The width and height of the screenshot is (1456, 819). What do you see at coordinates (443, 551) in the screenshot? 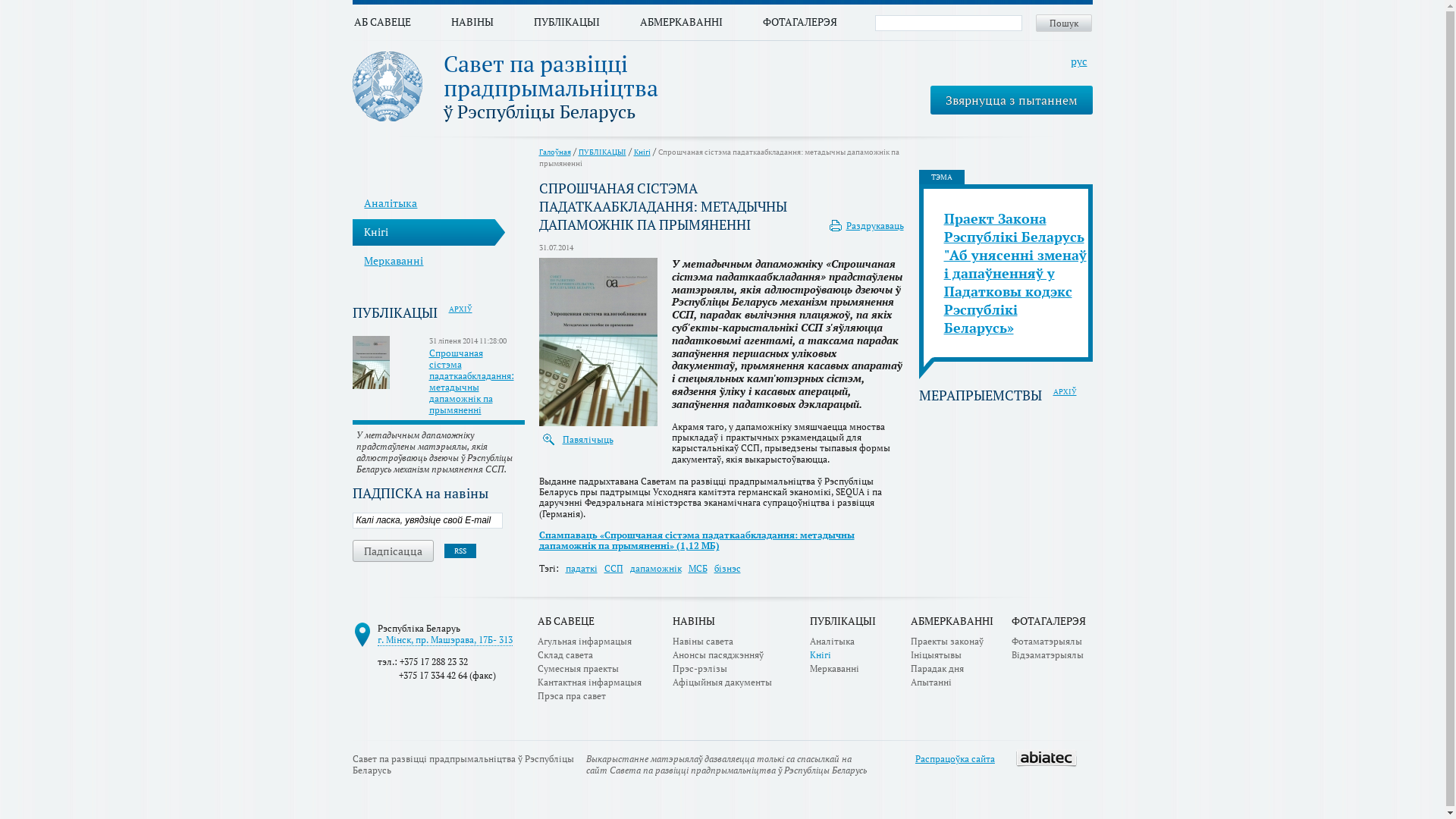
I see `'RSS'` at bounding box center [443, 551].